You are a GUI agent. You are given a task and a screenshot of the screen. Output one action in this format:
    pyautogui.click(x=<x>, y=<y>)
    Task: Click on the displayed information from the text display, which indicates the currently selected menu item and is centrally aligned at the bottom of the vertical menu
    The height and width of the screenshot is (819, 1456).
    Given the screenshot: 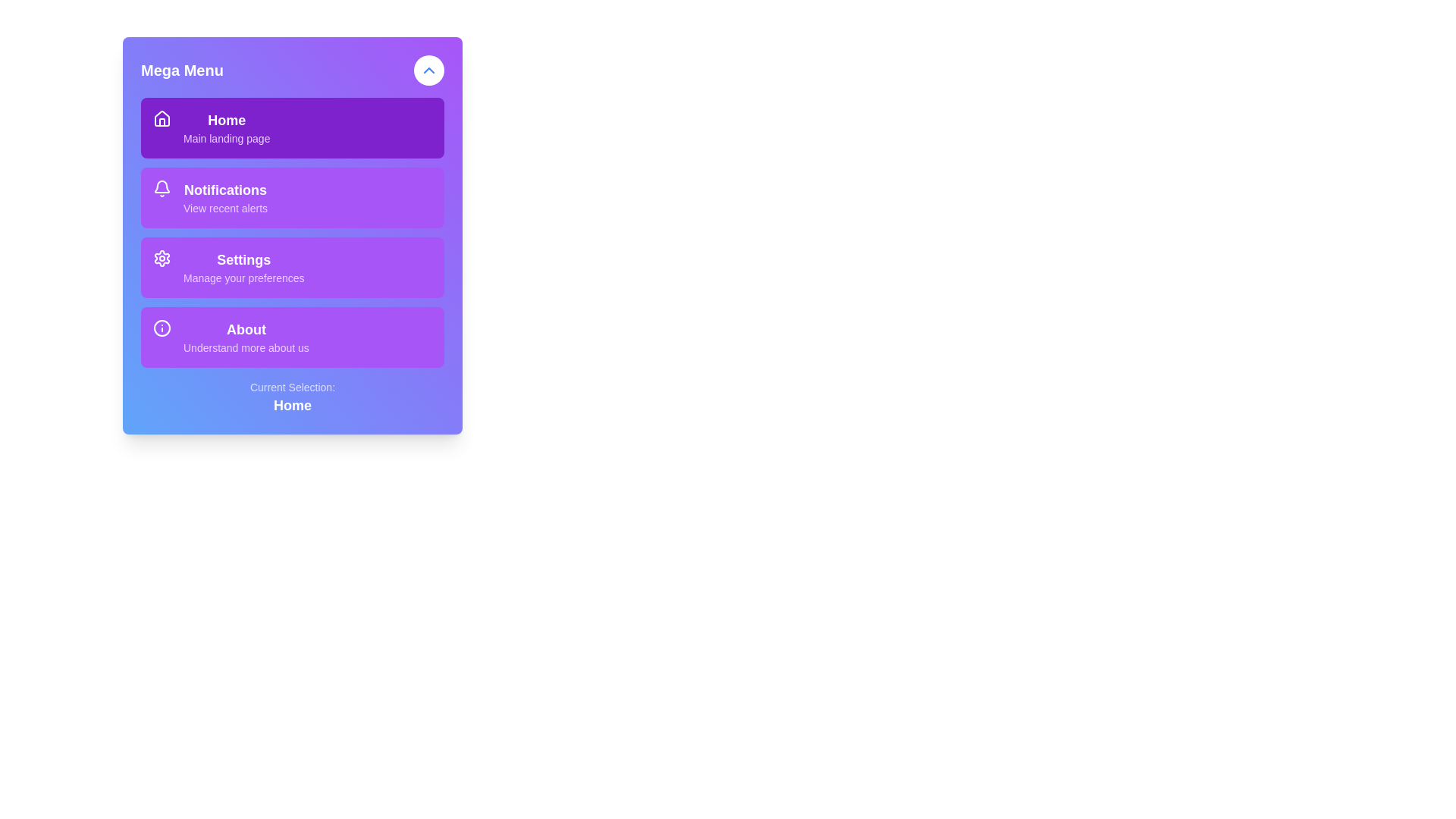 What is the action you would take?
    pyautogui.click(x=292, y=397)
    